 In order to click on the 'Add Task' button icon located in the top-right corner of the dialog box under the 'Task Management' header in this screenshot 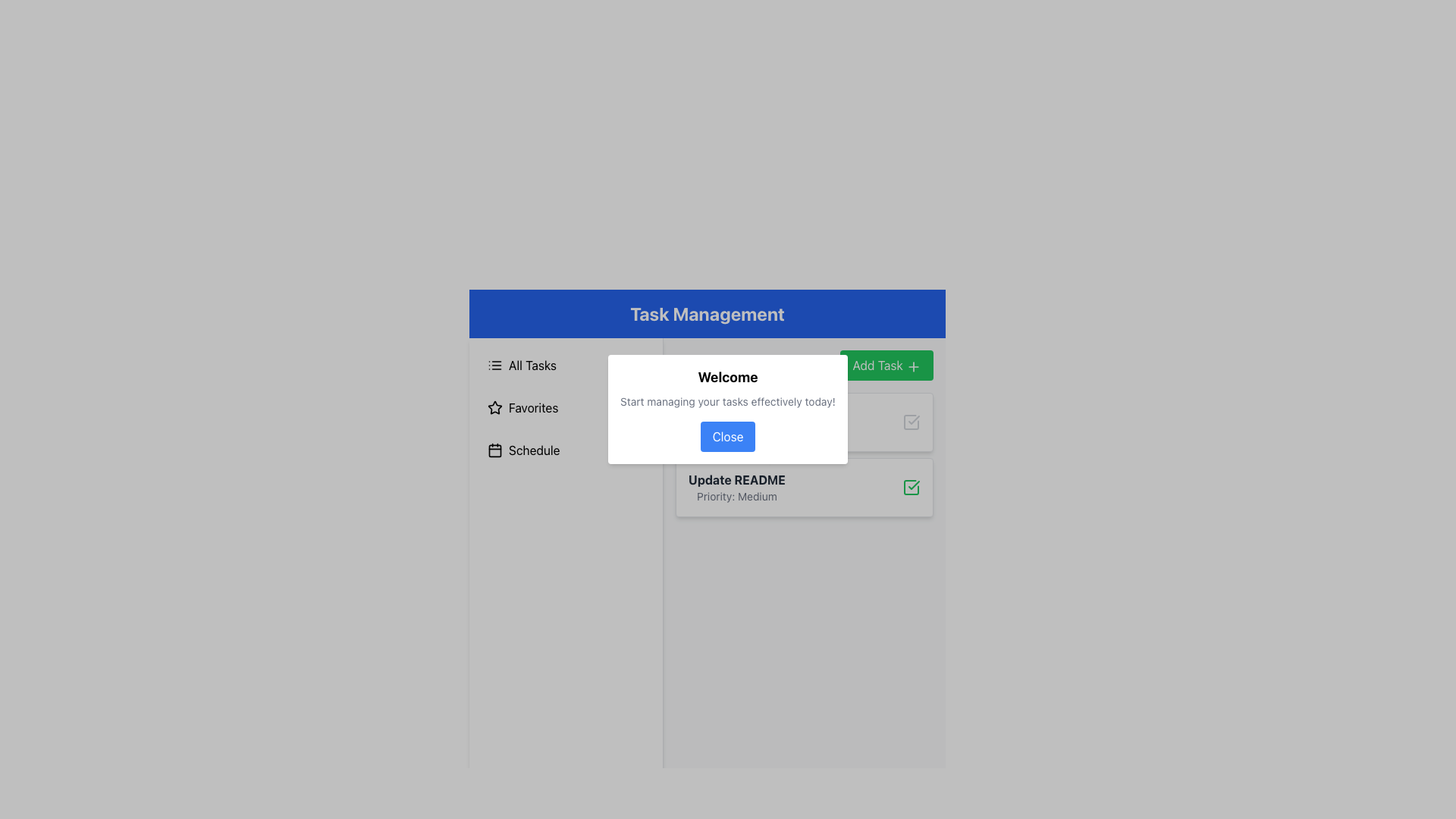, I will do `click(912, 366)`.